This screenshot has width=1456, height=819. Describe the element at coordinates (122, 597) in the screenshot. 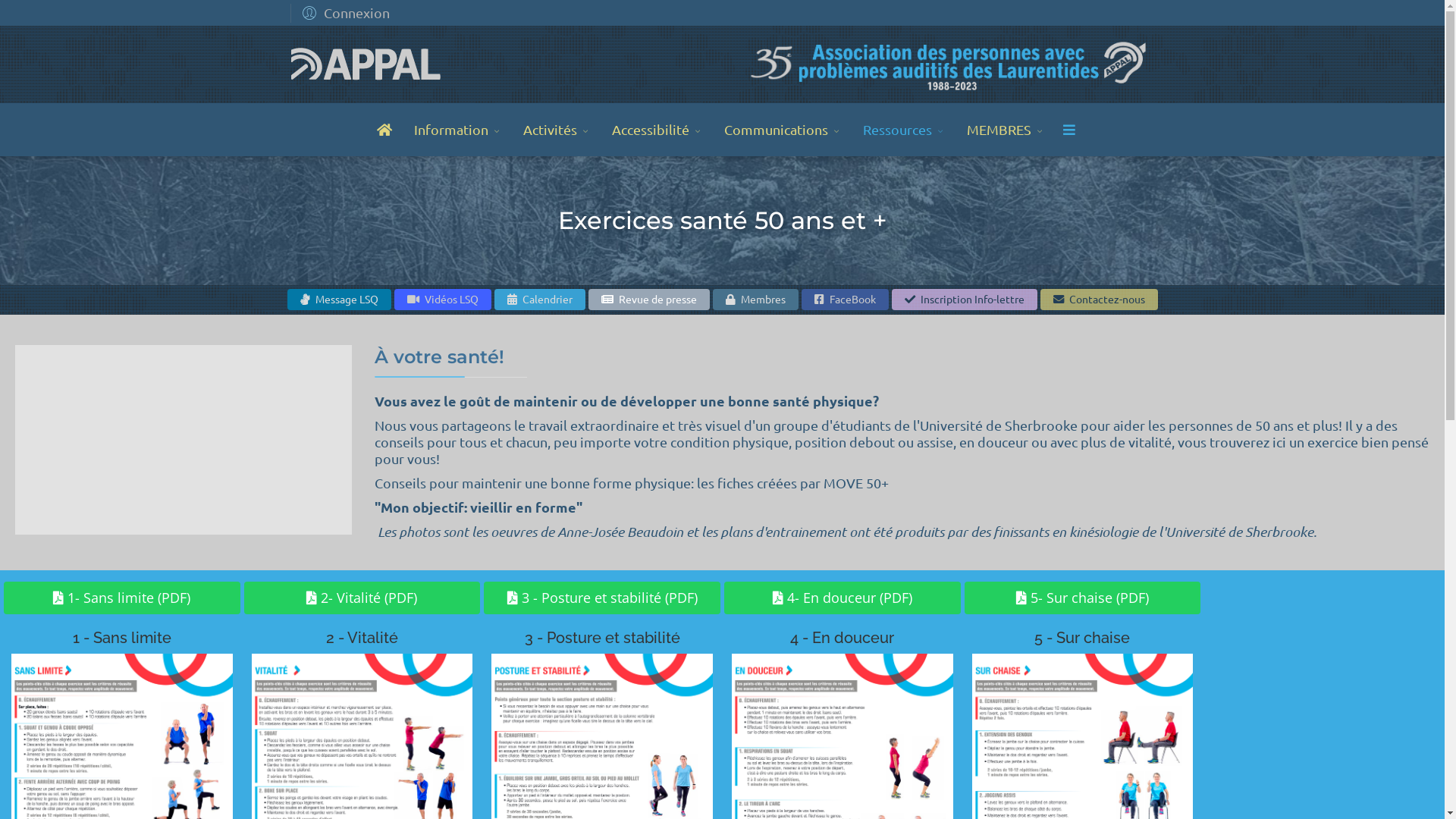

I see `'1- Sans limite (PDF)'` at that location.